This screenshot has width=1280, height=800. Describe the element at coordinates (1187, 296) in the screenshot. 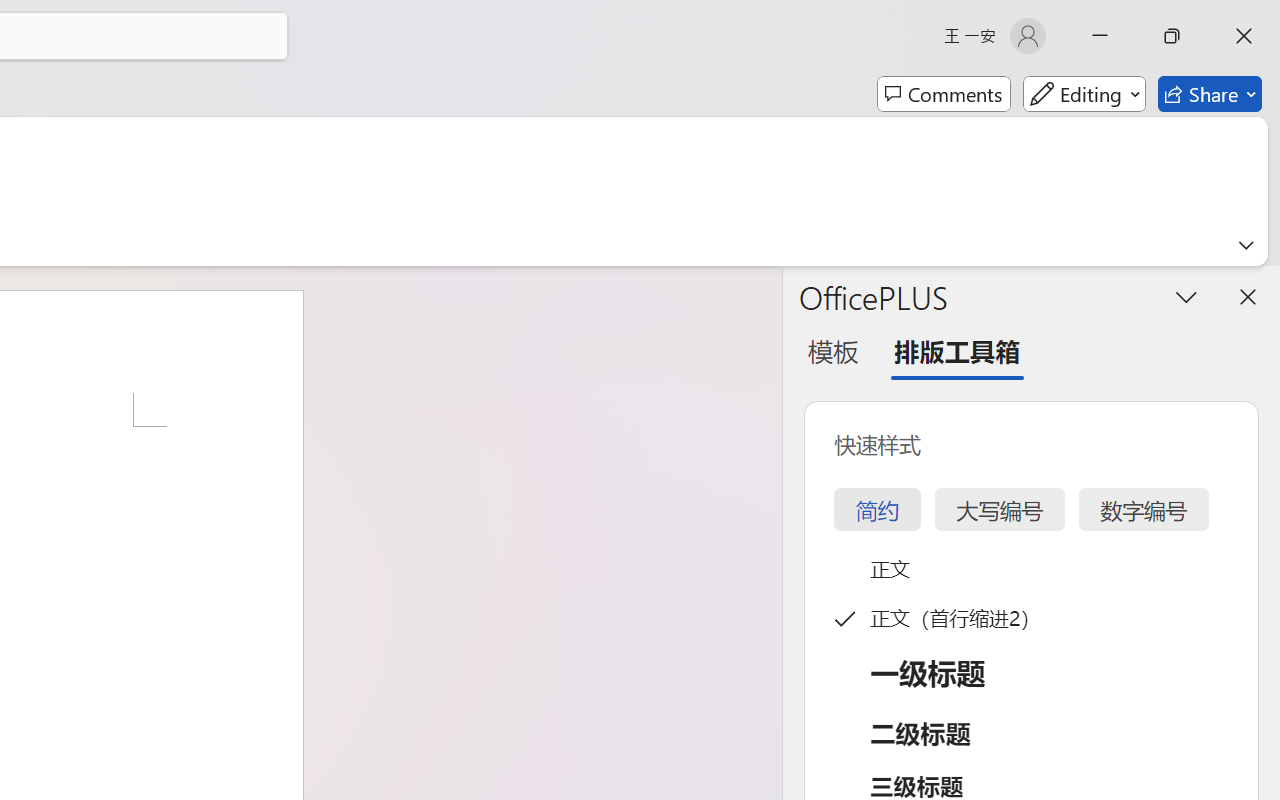

I see `'Task Pane Options'` at that location.